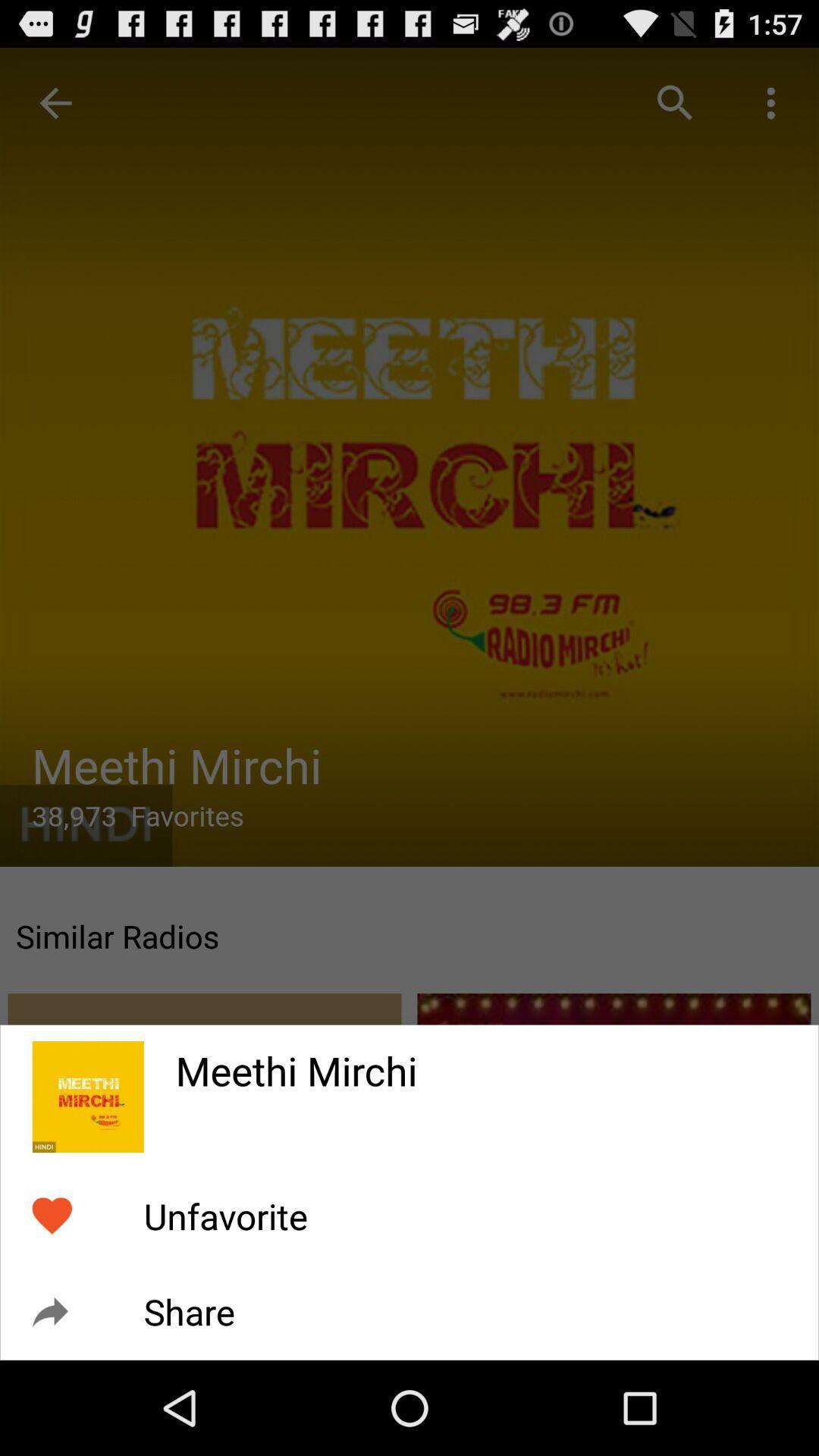 The image size is (819, 1456). What do you see at coordinates (481, 1060) in the screenshot?
I see `the icon above the unfavorite` at bounding box center [481, 1060].